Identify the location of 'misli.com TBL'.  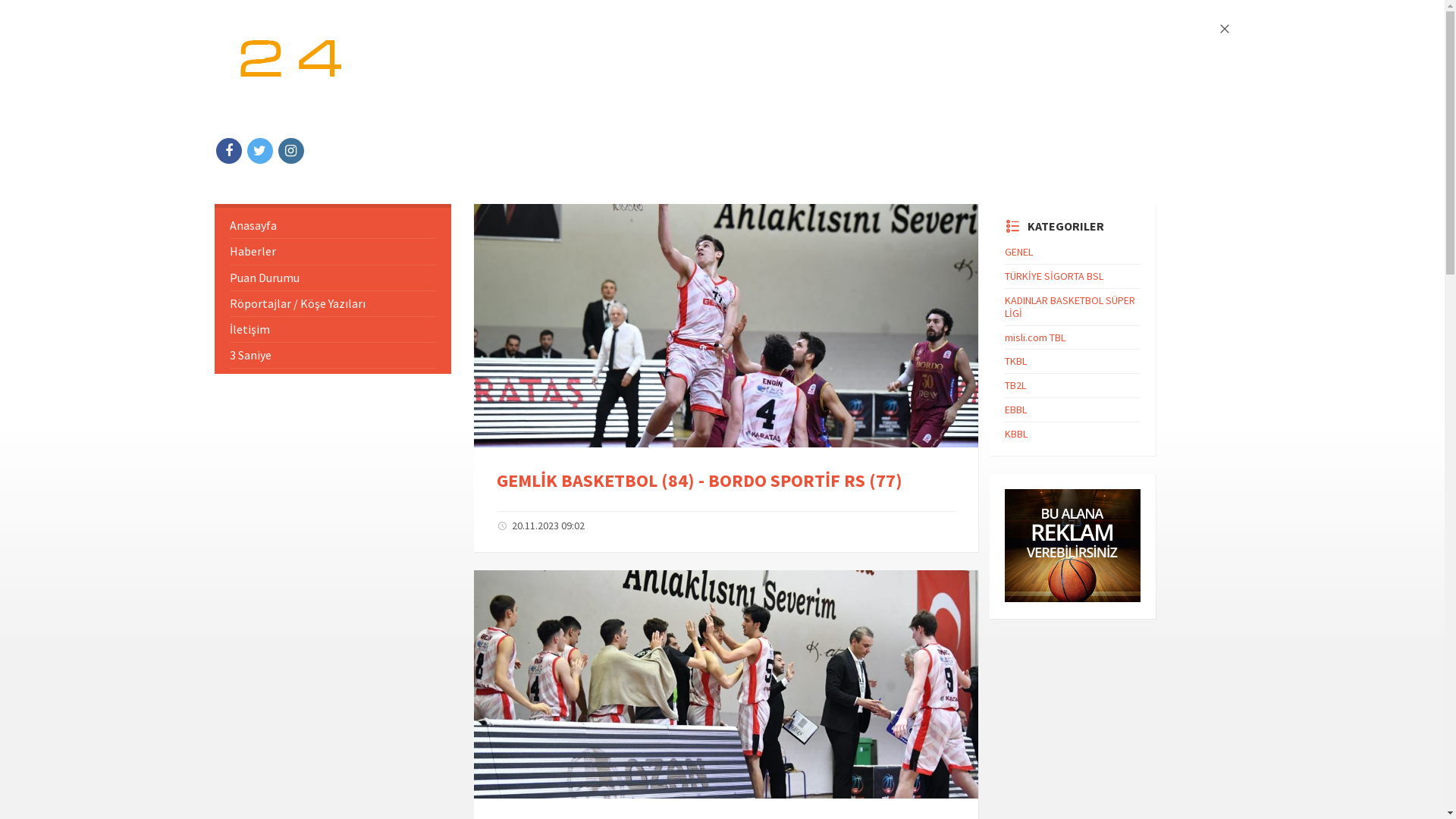
(1034, 336).